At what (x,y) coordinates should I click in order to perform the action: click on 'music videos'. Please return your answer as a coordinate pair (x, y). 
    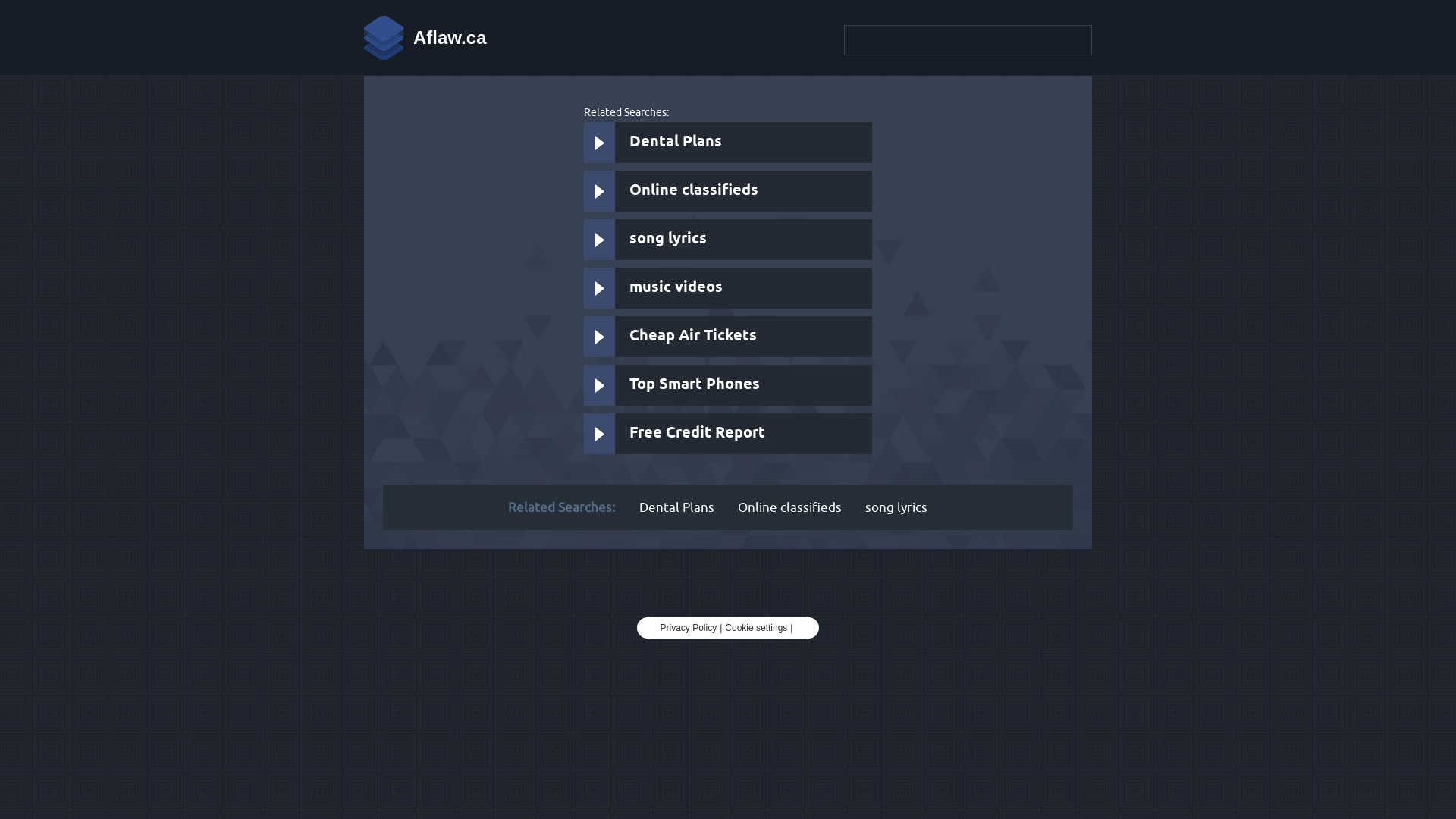
    Looking at the image, I should click on (728, 288).